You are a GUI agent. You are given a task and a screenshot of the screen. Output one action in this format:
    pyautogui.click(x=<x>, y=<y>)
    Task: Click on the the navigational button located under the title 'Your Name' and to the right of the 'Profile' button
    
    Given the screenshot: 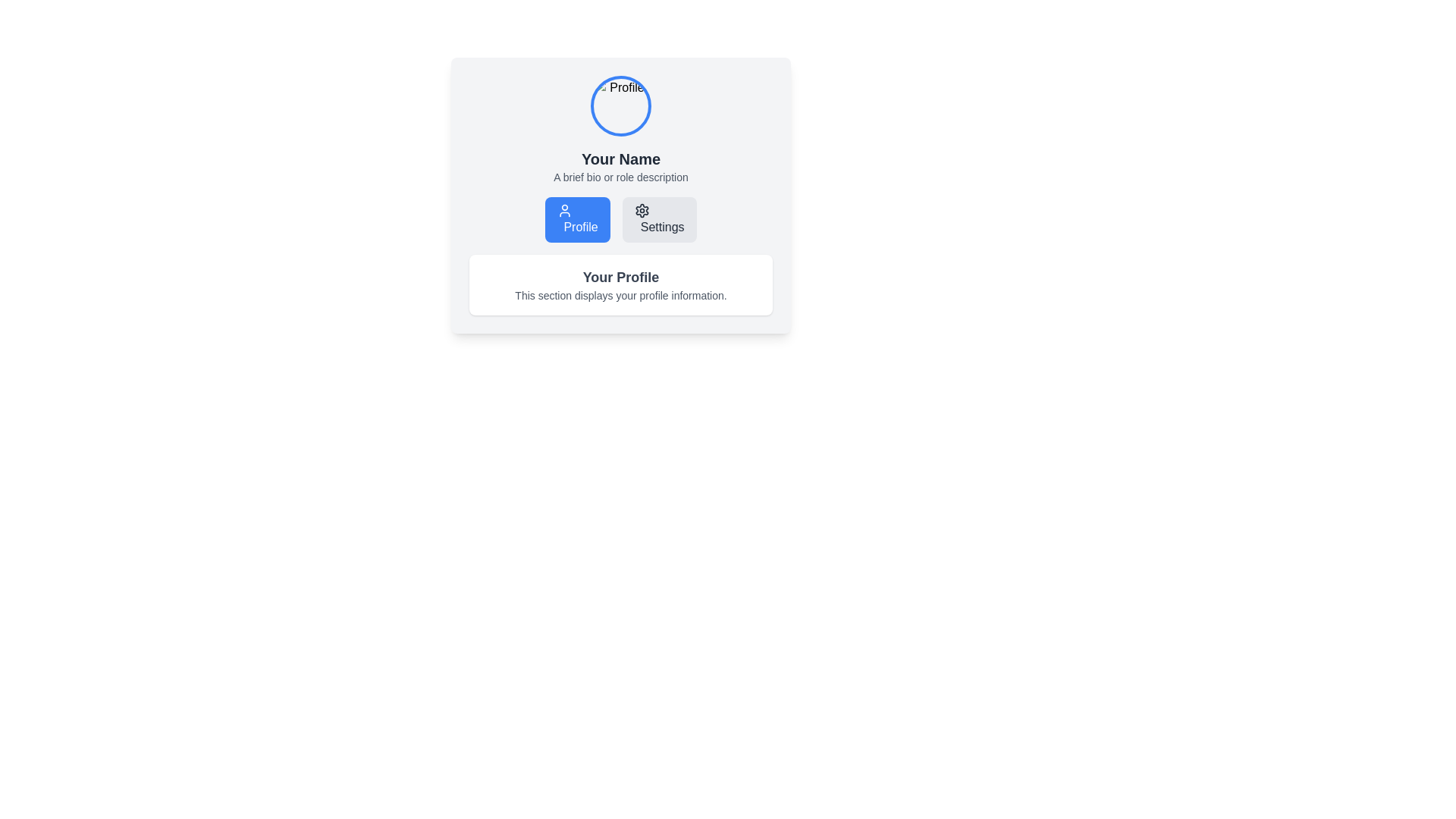 What is the action you would take?
    pyautogui.click(x=659, y=219)
    